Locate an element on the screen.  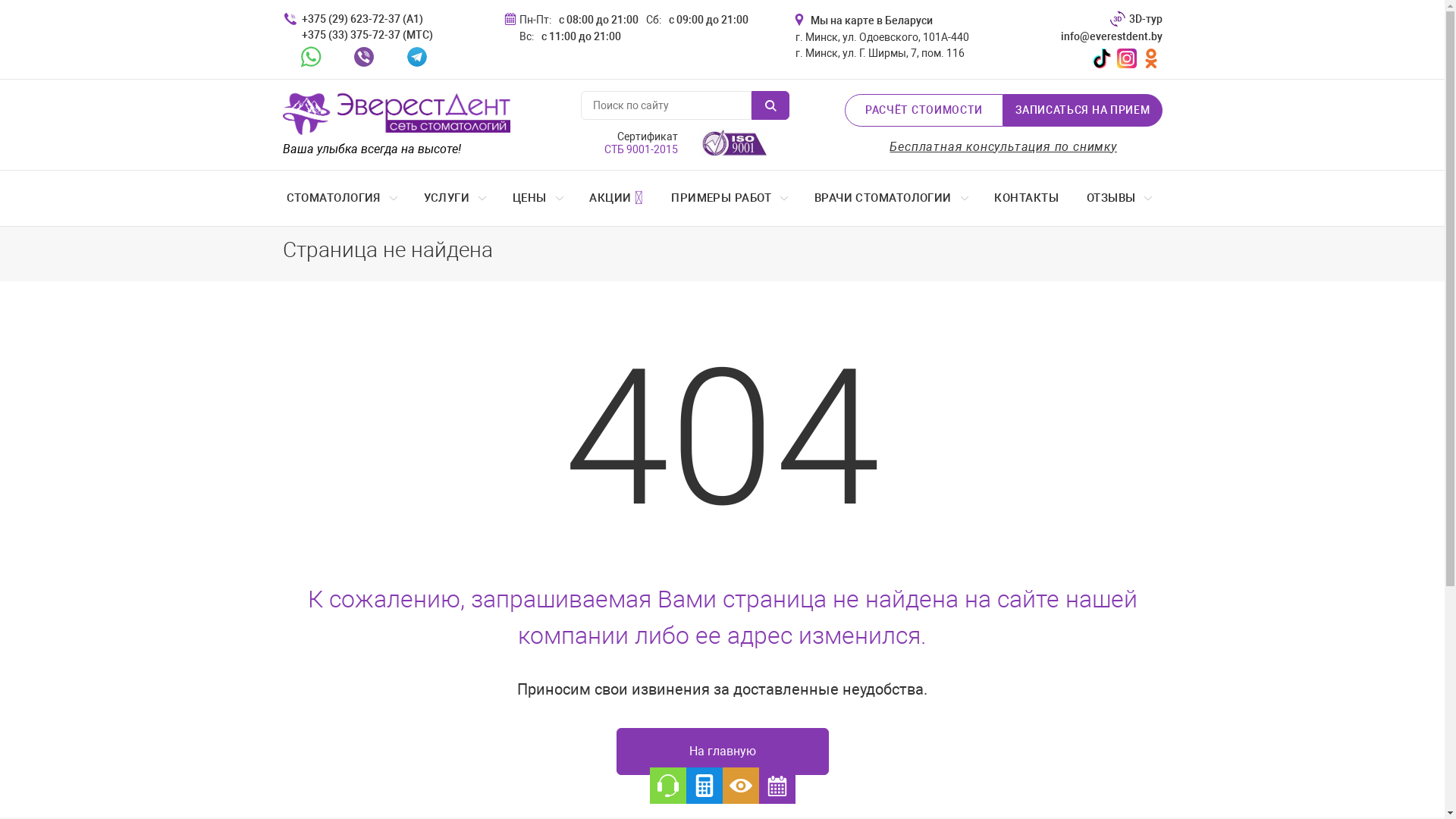
'Whatsapp' is located at coordinates (309, 55).